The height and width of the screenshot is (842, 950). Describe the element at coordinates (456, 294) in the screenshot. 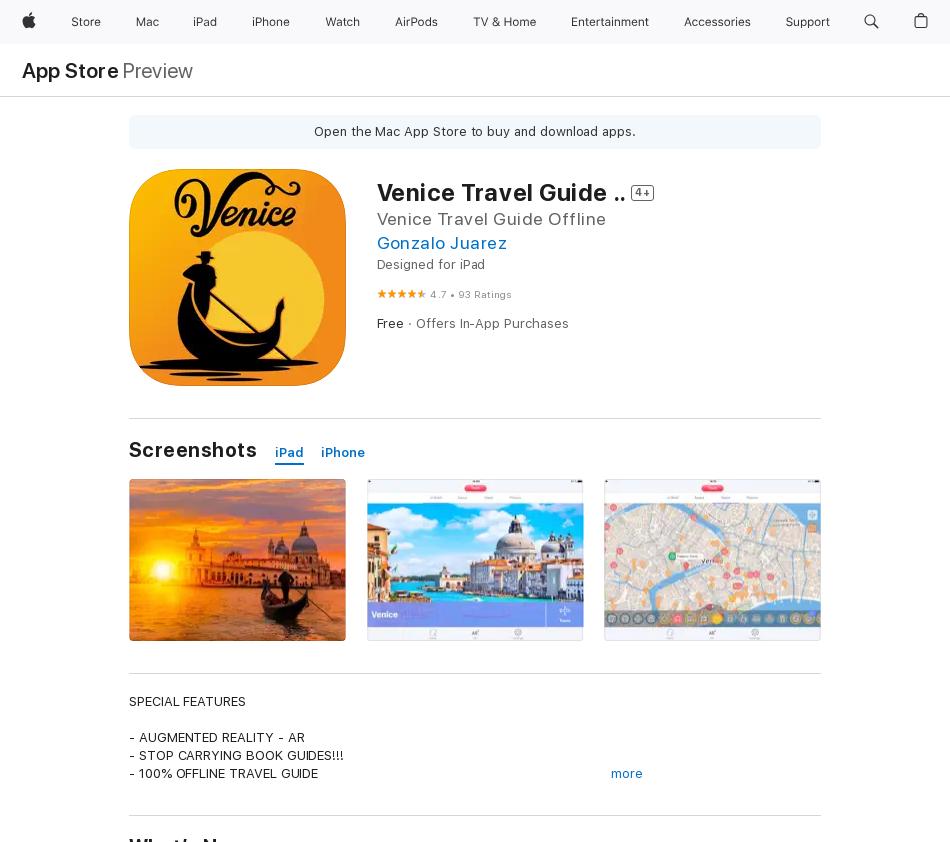

I see `'93 Ratings'` at that location.